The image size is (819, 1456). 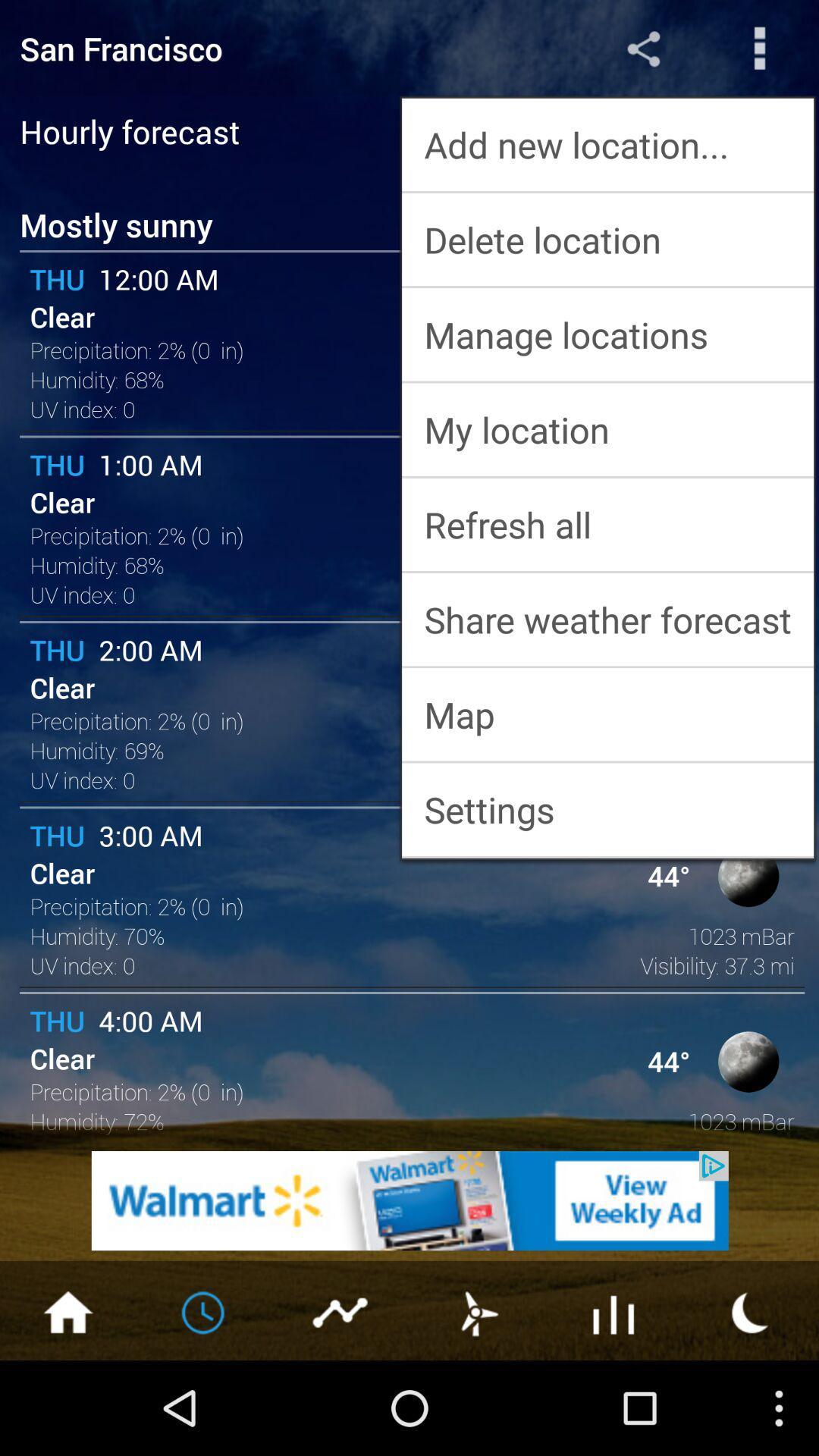 What do you see at coordinates (607, 620) in the screenshot?
I see `the share weather forecast` at bounding box center [607, 620].